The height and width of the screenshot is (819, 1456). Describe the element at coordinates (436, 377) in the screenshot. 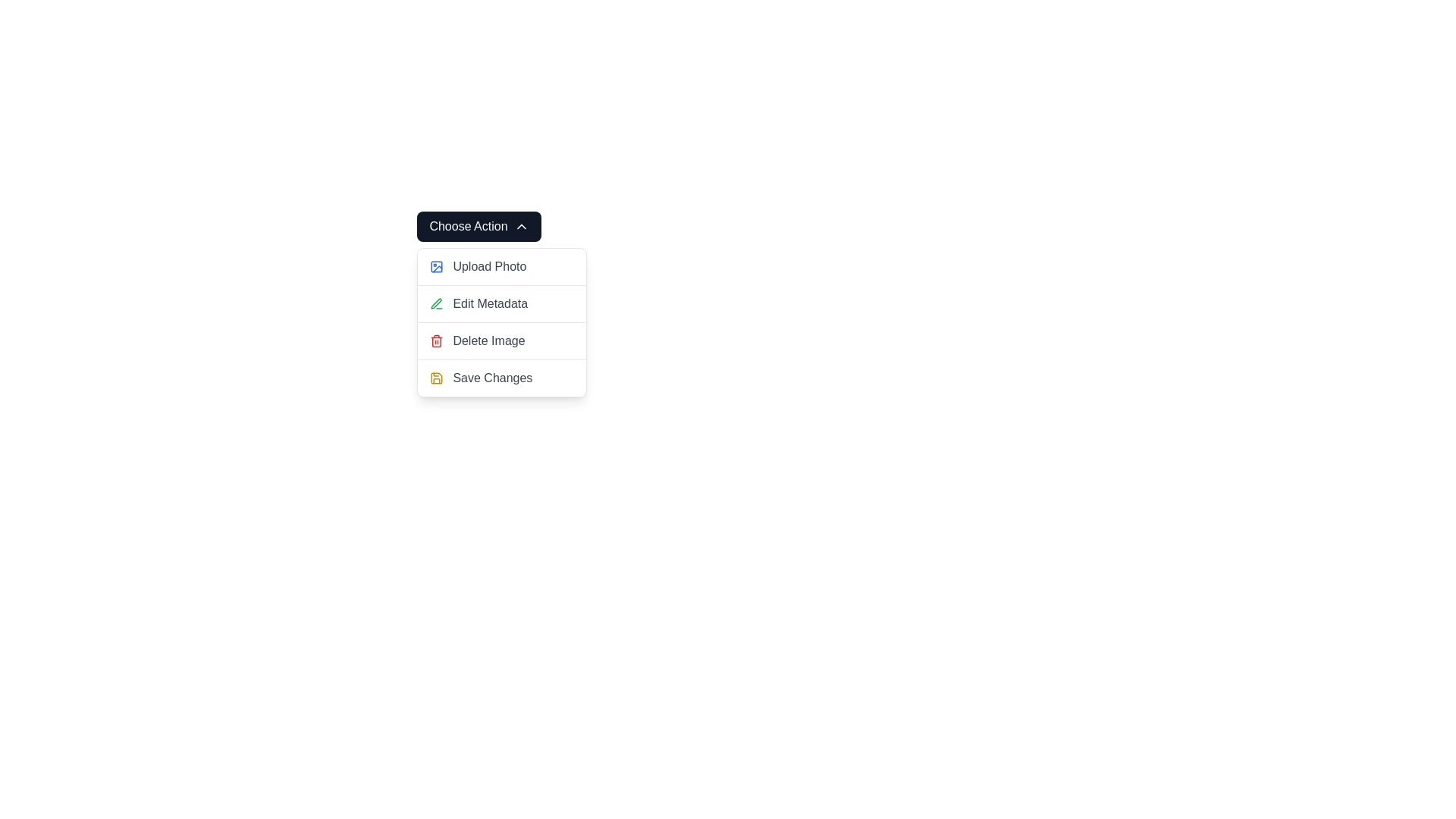

I see `the upper-left portion of the yellow save icon, which is part of the 'Save Changes' menu option in the dropdown` at that location.